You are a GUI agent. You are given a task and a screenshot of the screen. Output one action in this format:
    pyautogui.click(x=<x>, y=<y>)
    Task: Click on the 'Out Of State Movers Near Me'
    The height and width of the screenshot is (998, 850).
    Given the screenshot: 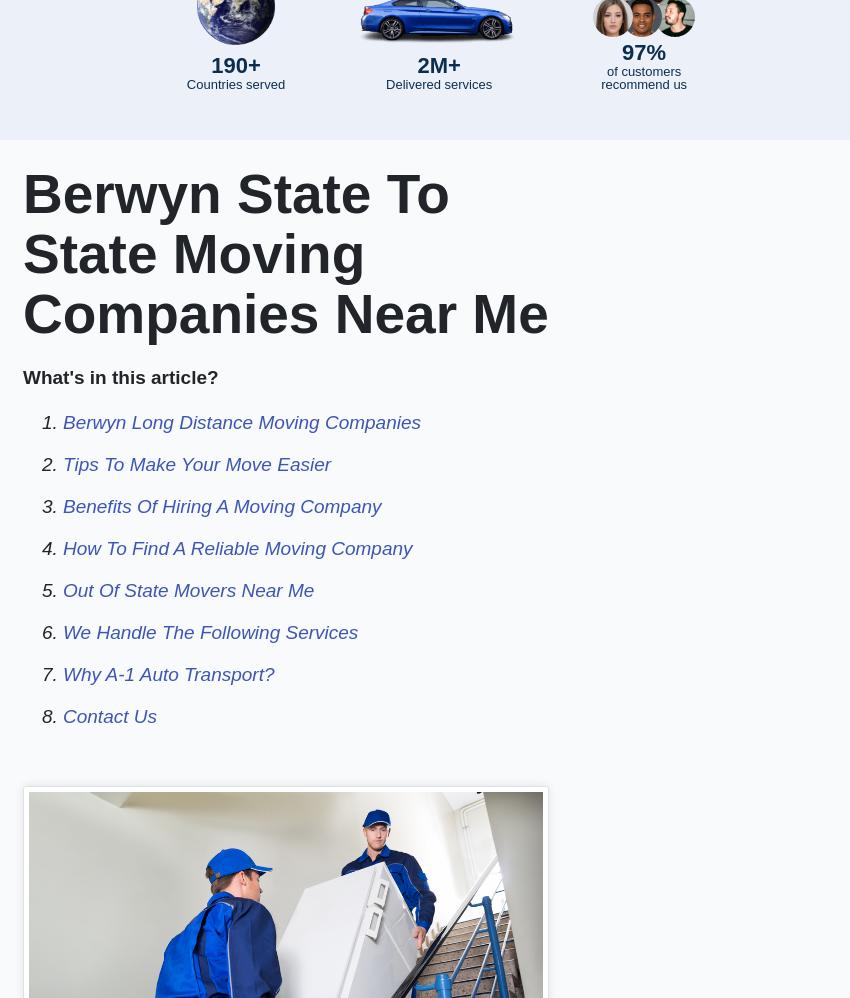 What is the action you would take?
    pyautogui.click(x=187, y=589)
    